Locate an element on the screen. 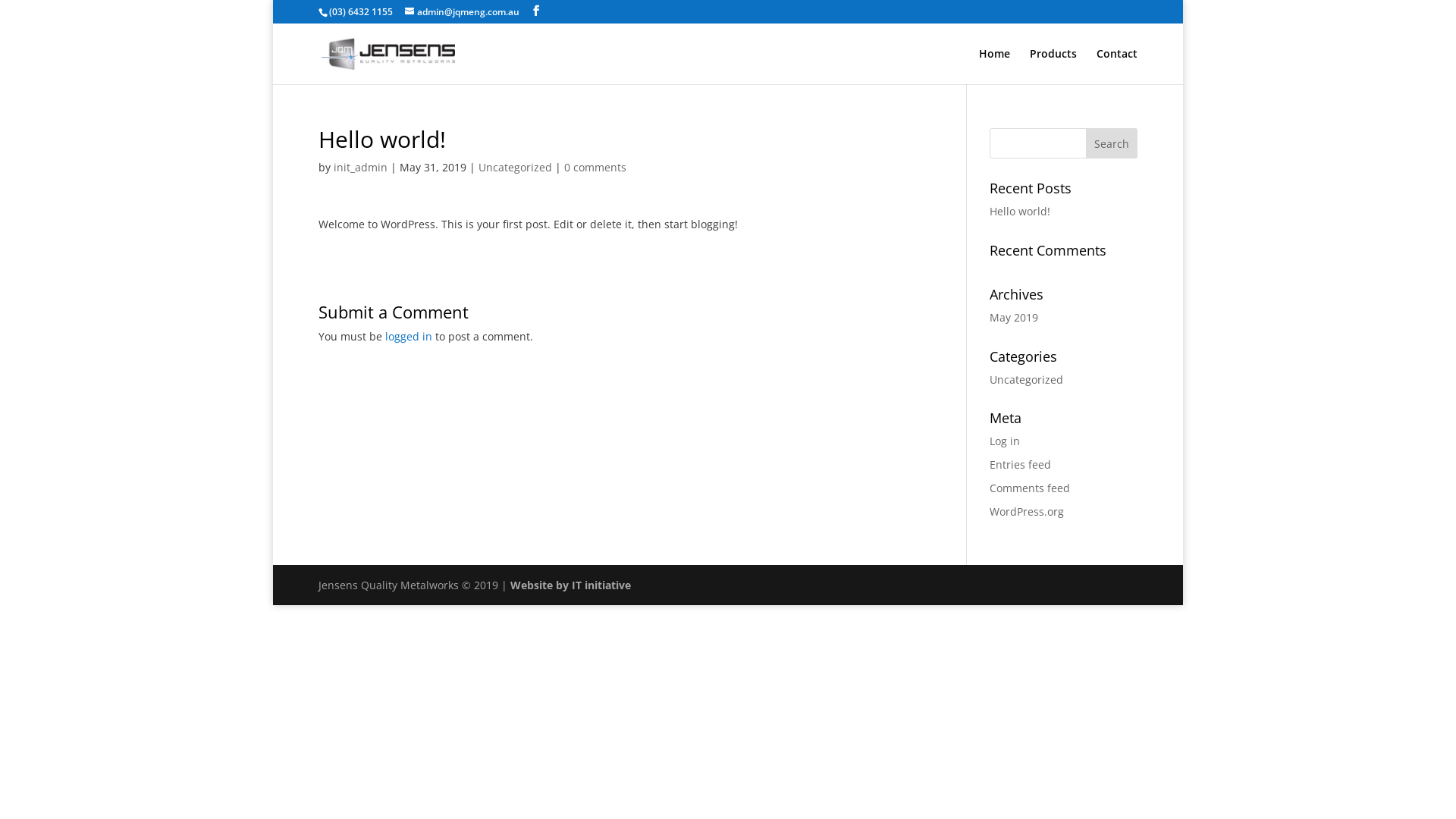 The image size is (1456, 819). 'init_admin' is located at coordinates (359, 167).